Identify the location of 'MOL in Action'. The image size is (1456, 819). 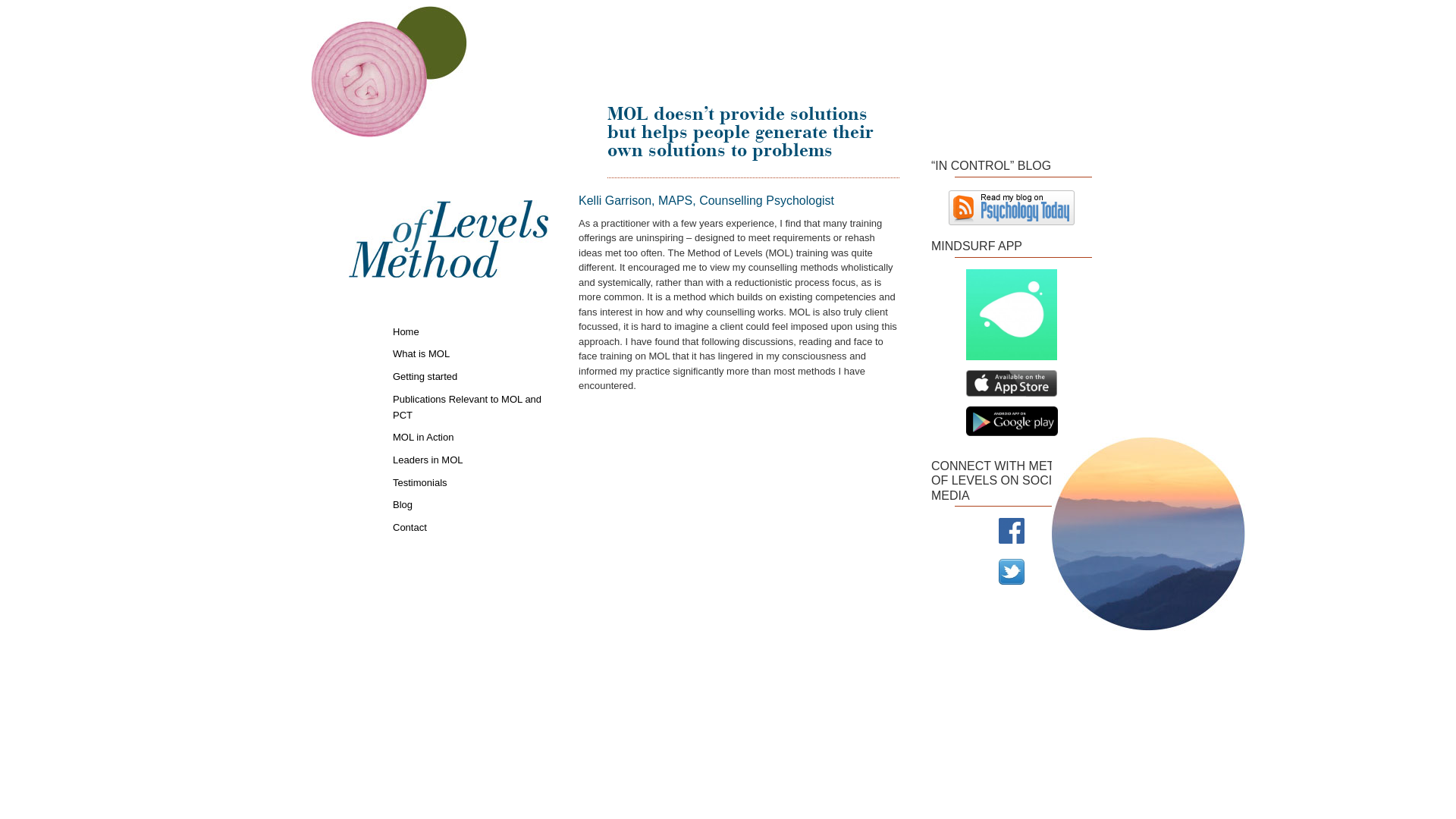
(469, 436).